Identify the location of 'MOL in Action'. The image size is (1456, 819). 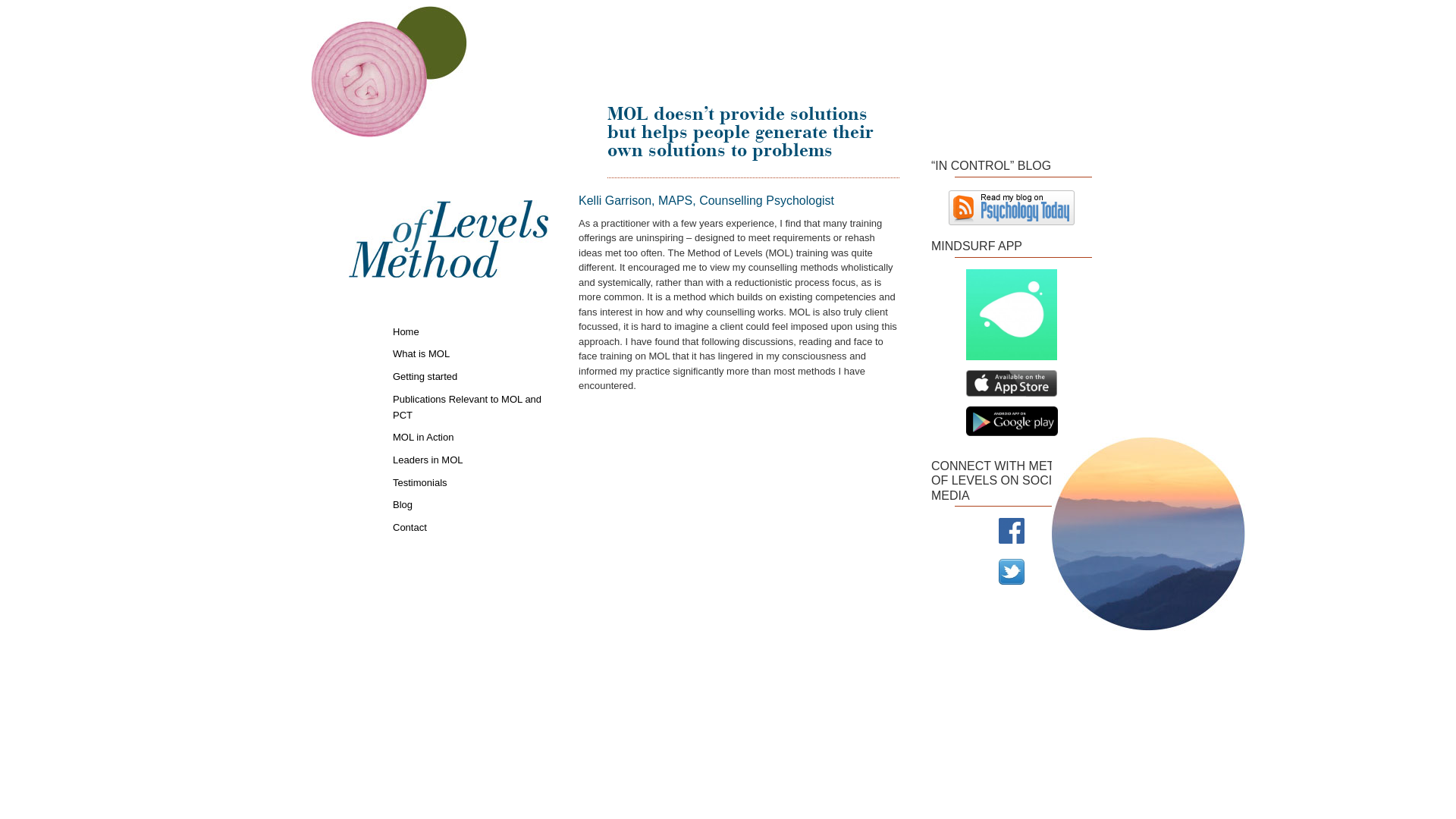
(469, 436).